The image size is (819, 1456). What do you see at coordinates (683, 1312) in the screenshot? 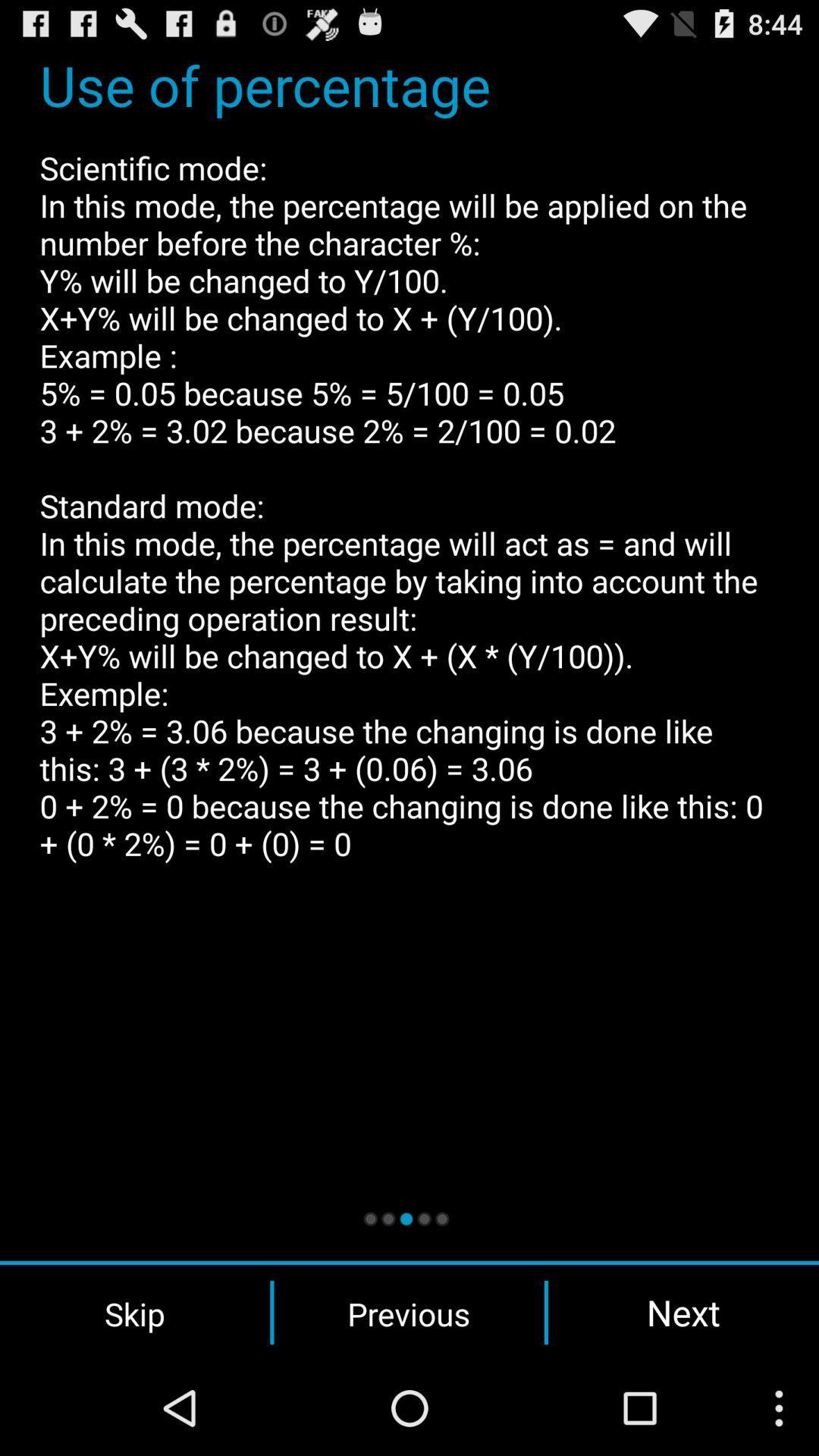
I see `next` at bounding box center [683, 1312].